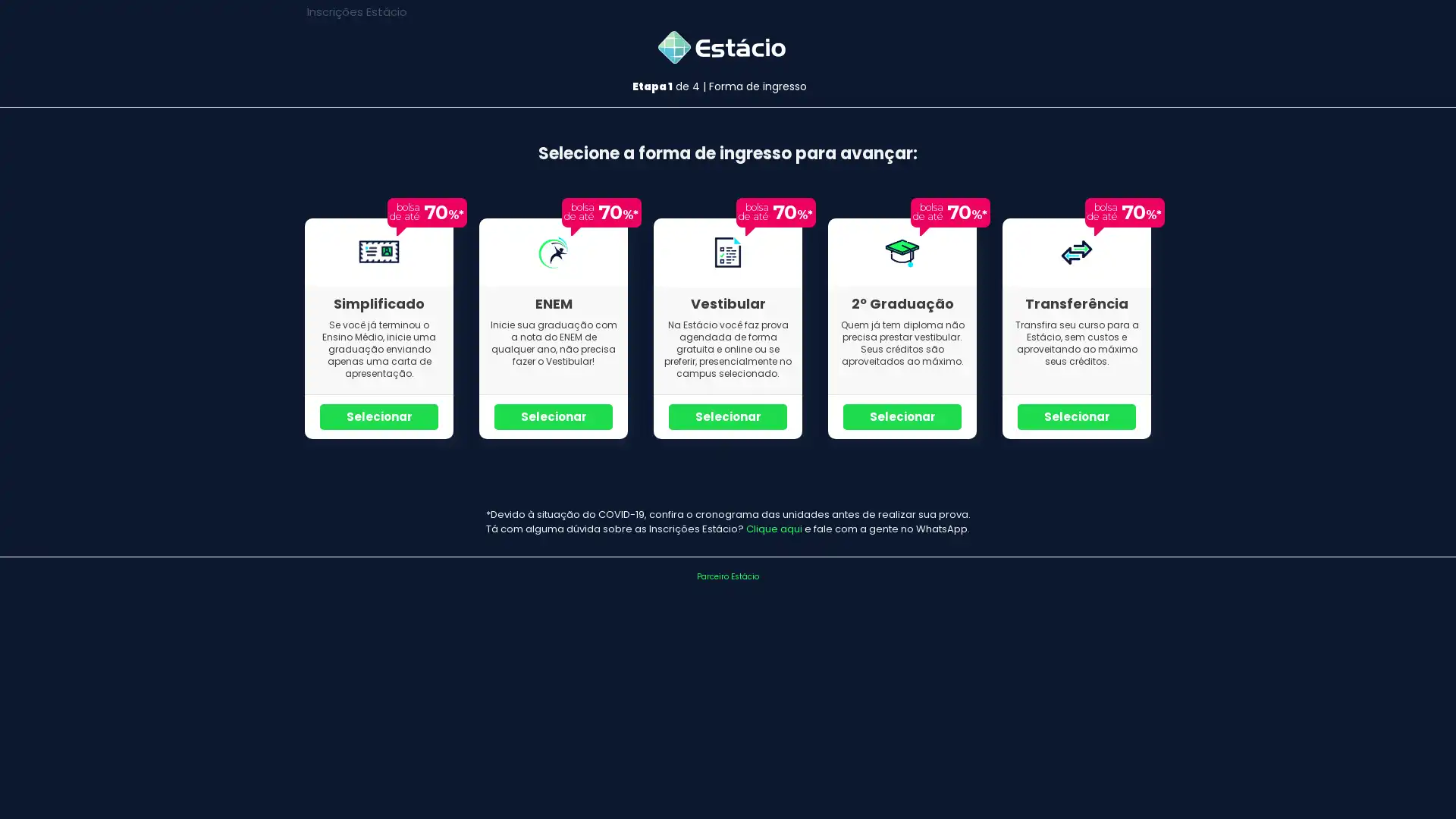 This screenshot has height=819, width=1456. Describe the element at coordinates (728, 416) in the screenshot. I see `Selecionar` at that location.